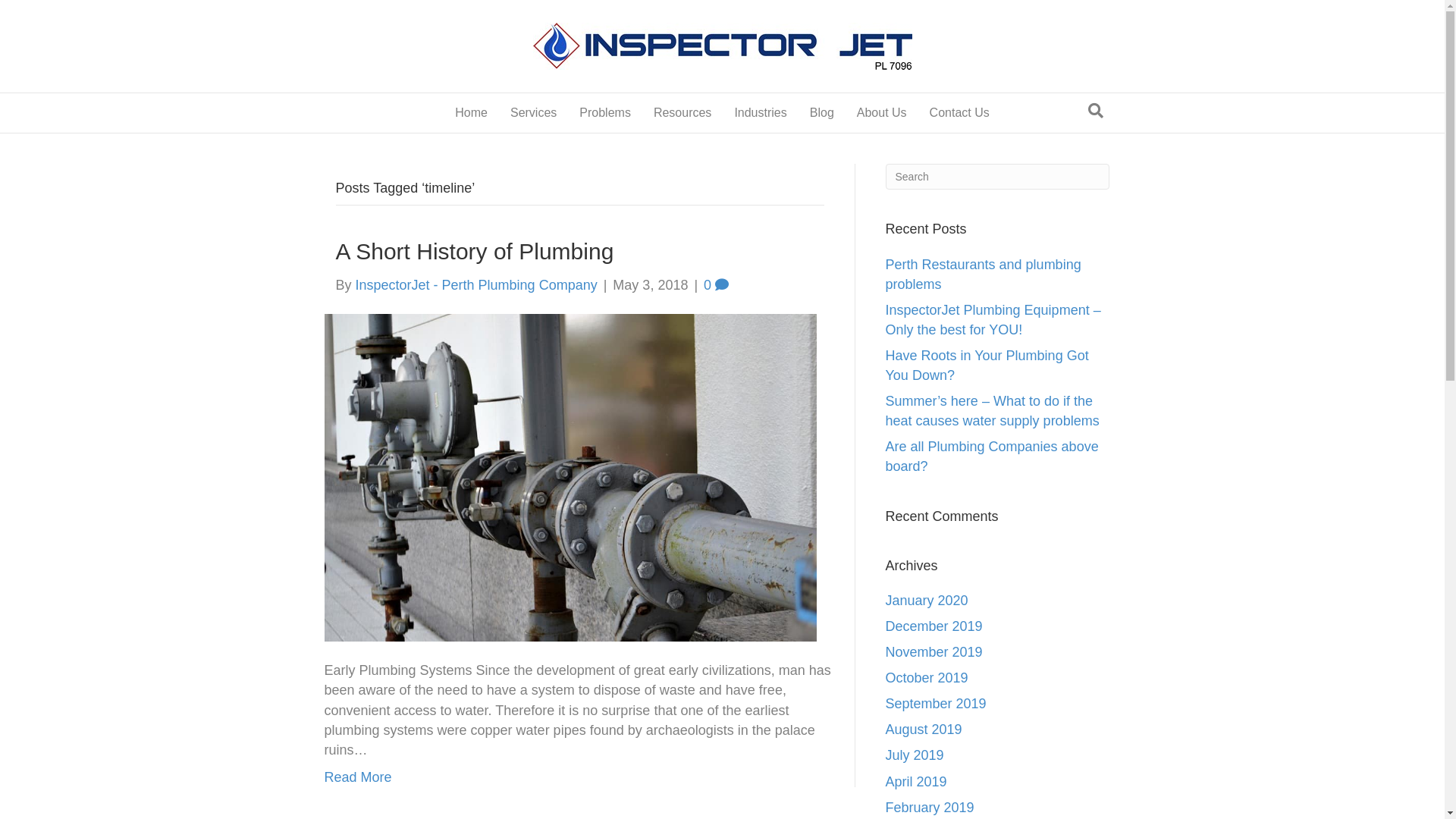 This screenshot has height=819, width=1456. I want to click on 'Resources', so click(682, 112).